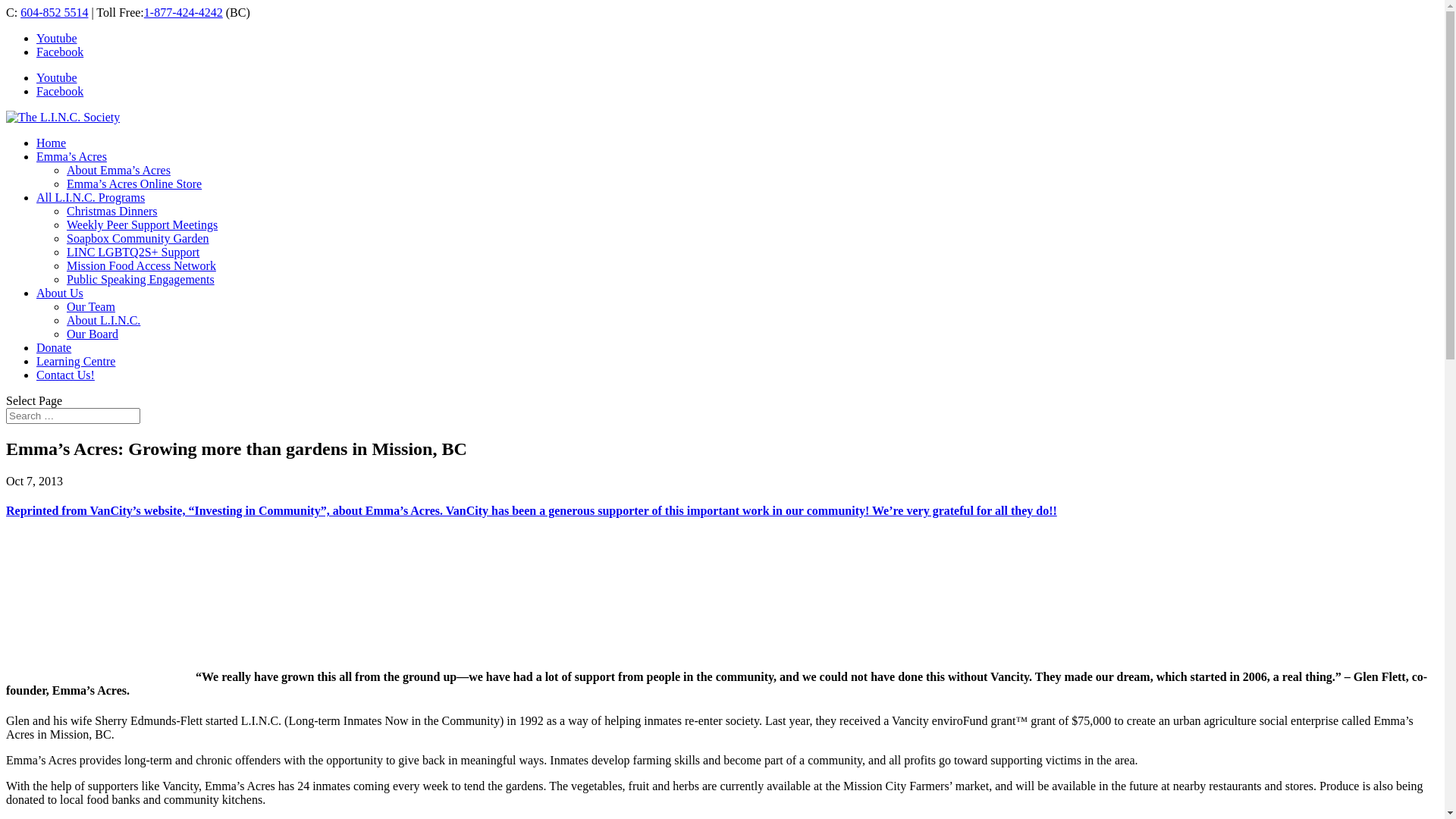 This screenshot has width=1456, height=819. I want to click on 'Donate', so click(54, 347).